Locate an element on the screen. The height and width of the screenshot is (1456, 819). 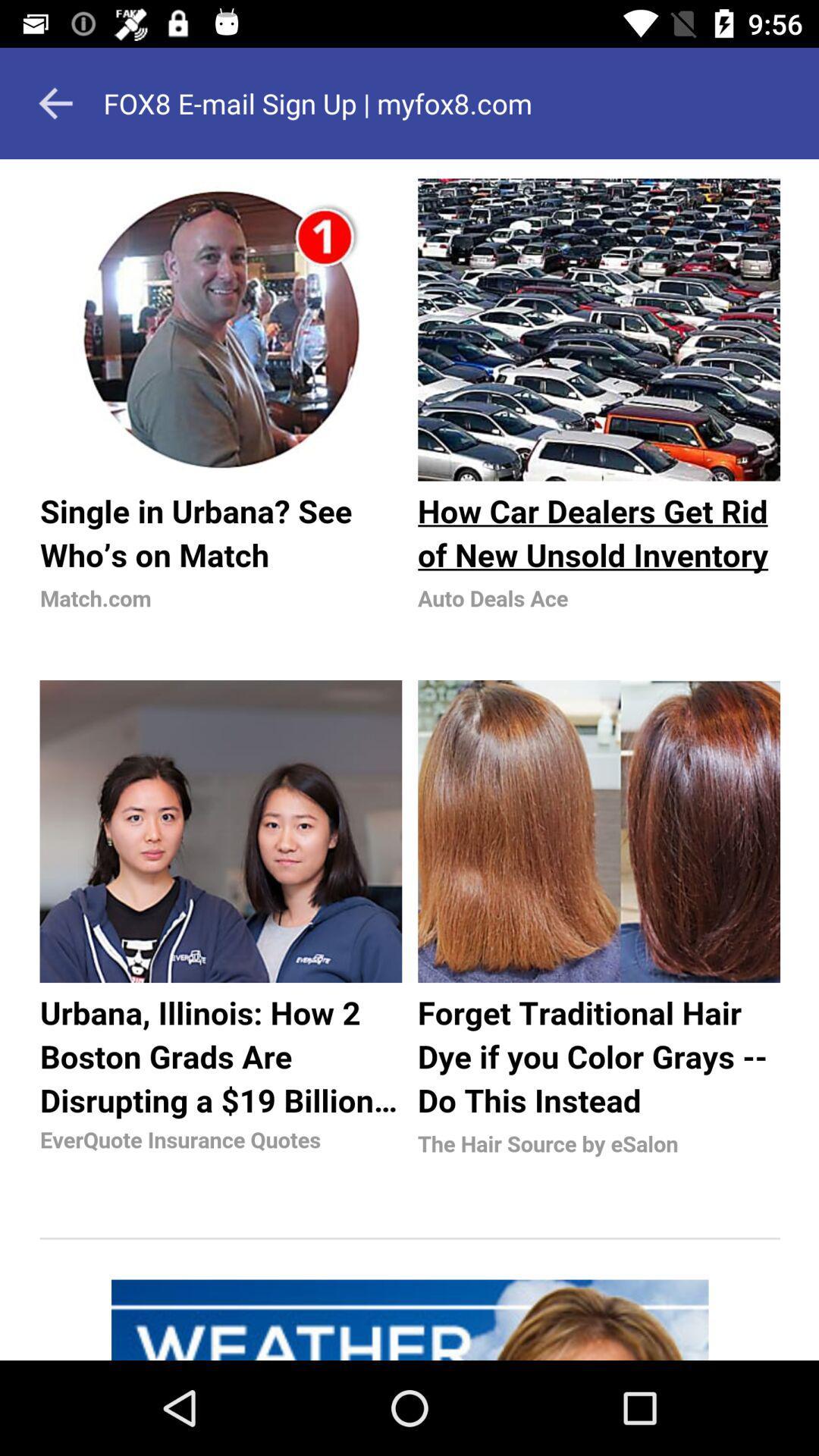
go back is located at coordinates (55, 102).